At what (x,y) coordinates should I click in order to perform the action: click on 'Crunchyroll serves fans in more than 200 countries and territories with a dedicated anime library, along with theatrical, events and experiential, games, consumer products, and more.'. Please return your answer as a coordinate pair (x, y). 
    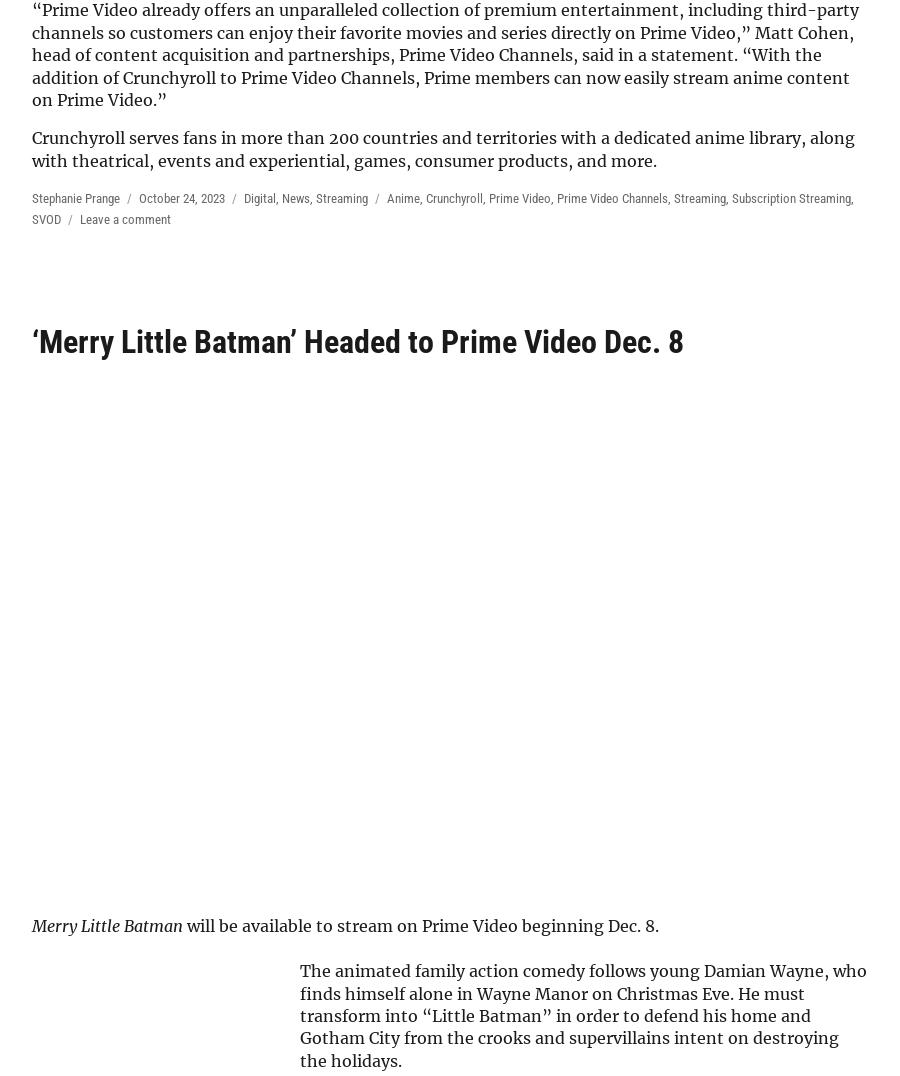
    Looking at the image, I should click on (443, 149).